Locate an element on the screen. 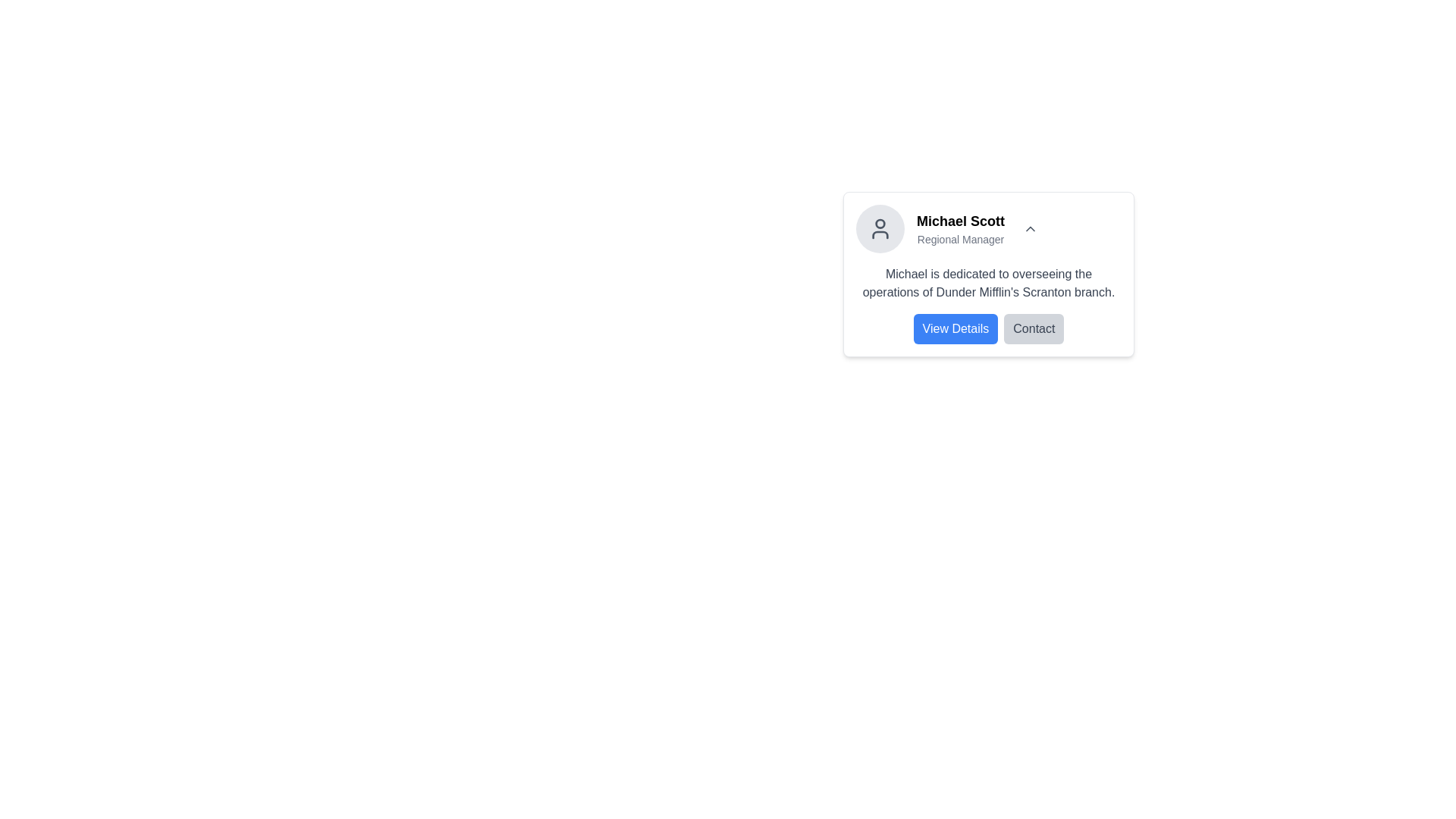  text element displaying 'Regional Manager', which is styled in a smaller font size and lighter gray color, located below the text 'Michael Scott' is located at coordinates (960, 239).